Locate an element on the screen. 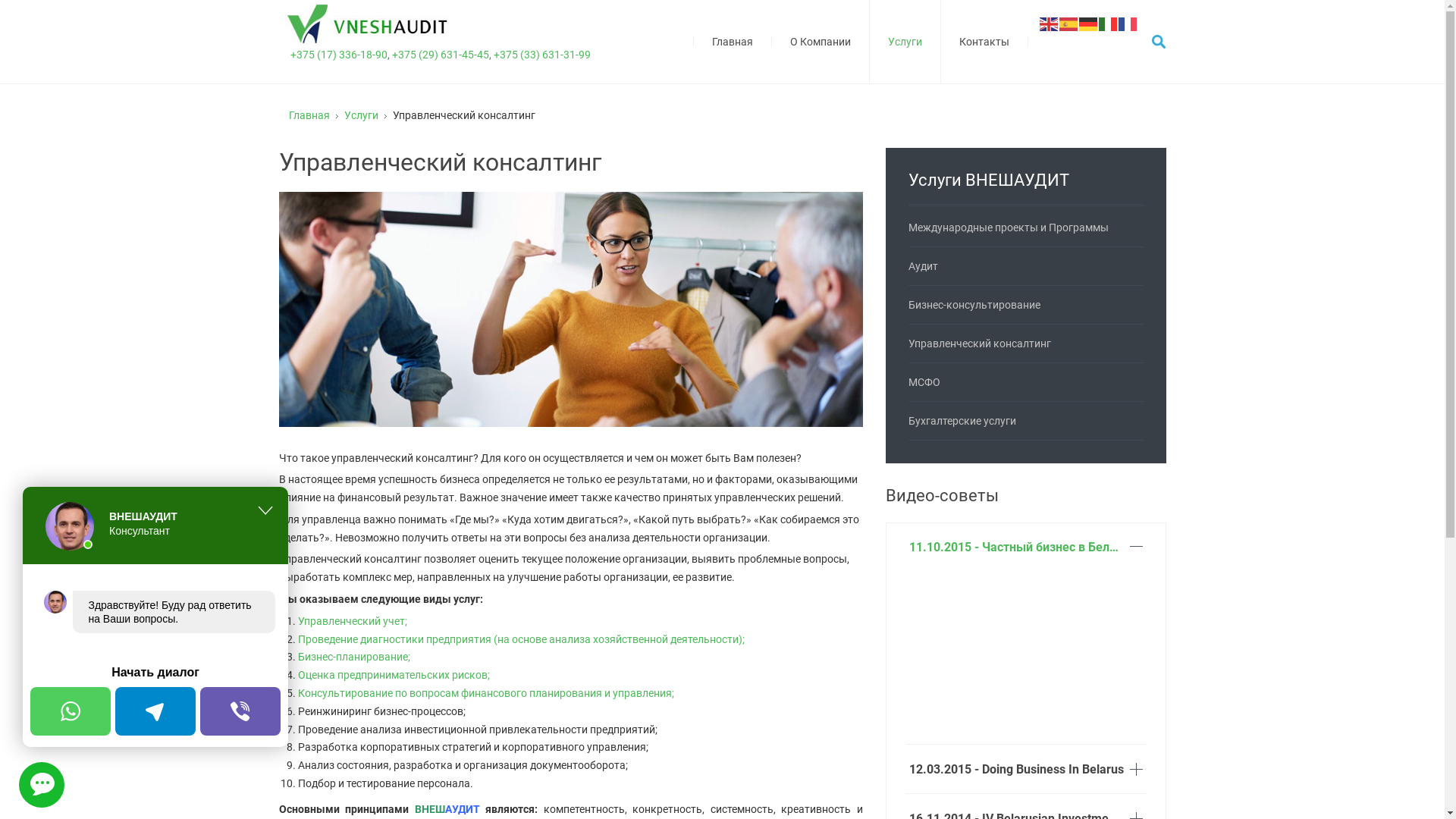  'English' is located at coordinates (1047, 23).